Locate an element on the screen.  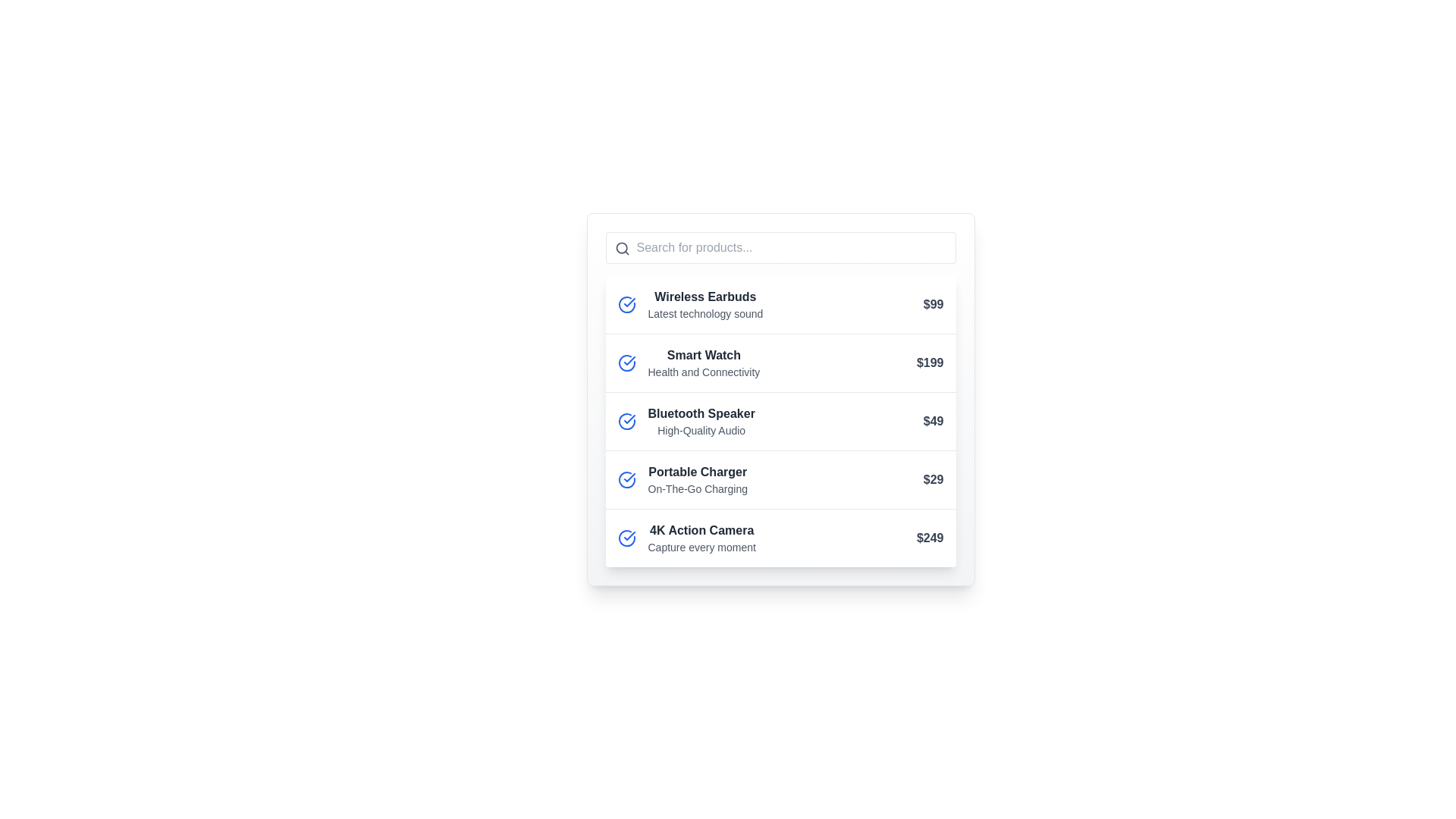
text label that displays '4K Action Camera' and 'Capture every moment', which is the fifth entry in a vertical list of items is located at coordinates (701, 537).